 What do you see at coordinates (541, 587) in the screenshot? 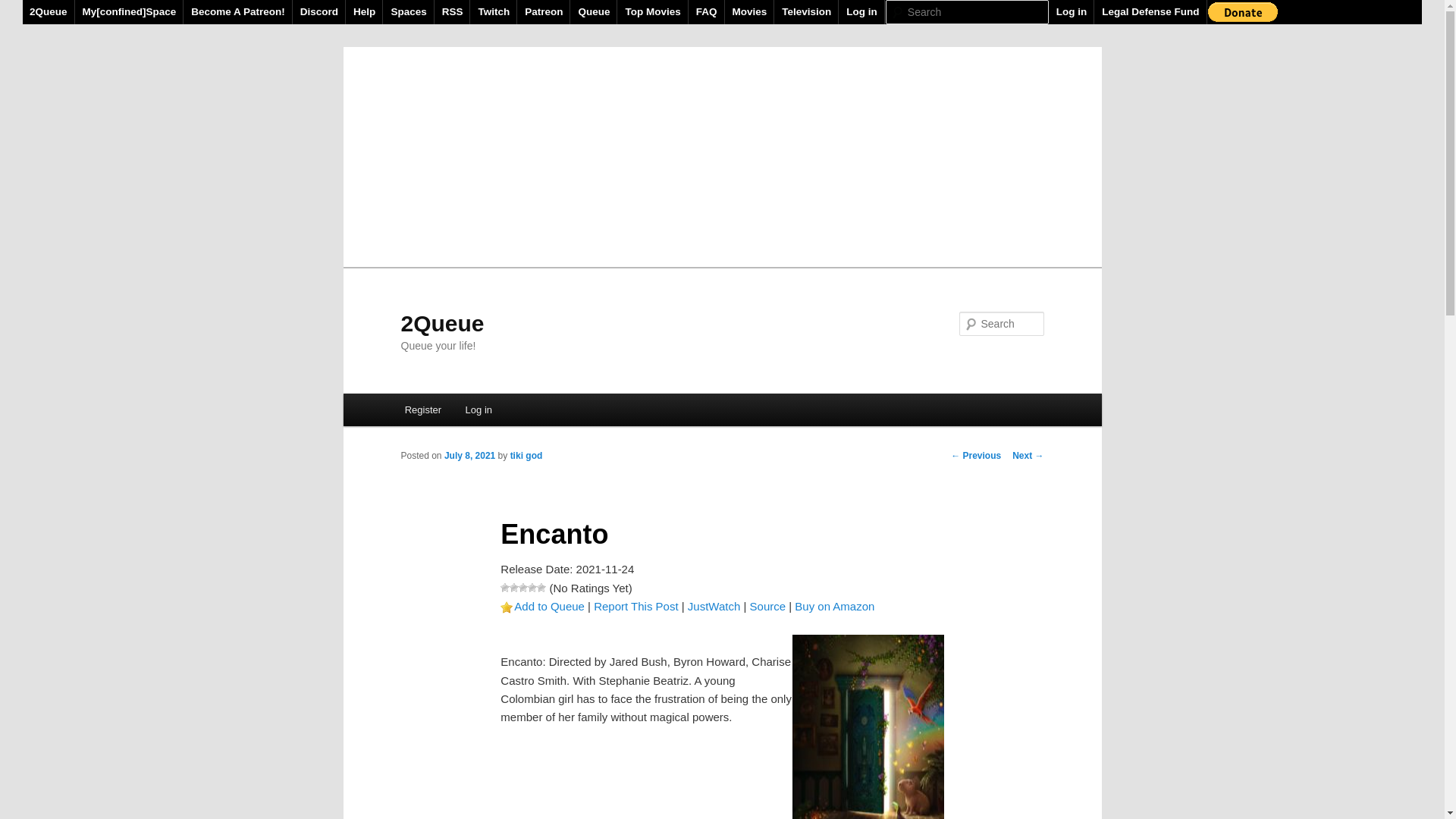
I see `'5 Stars'` at bounding box center [541, 587].